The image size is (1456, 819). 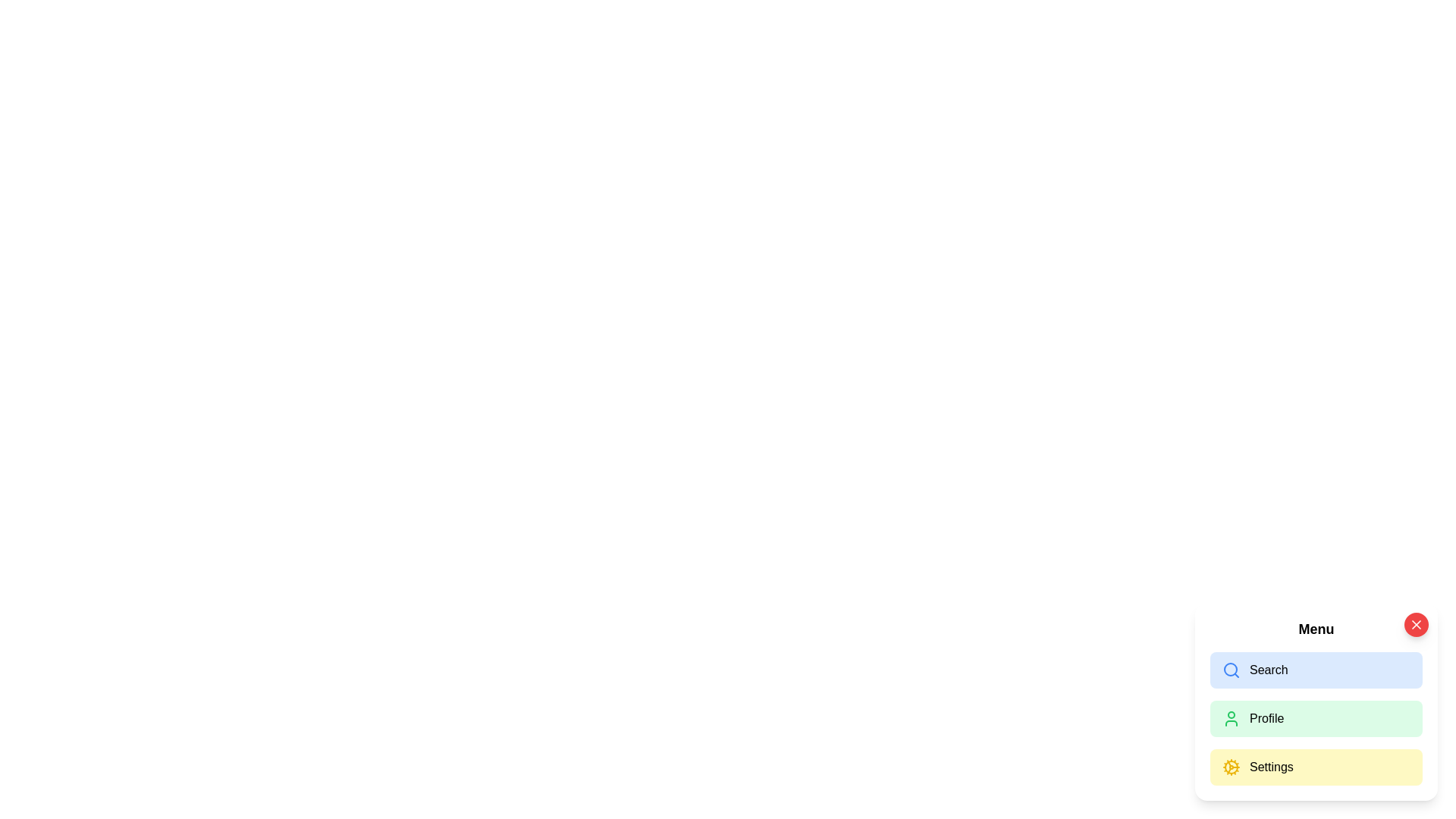 I want to click on the close button icon, which is represented by a small 'X' icon within a red circular background at the top-right corner of the popup menu, so click(x=1415, y=625).